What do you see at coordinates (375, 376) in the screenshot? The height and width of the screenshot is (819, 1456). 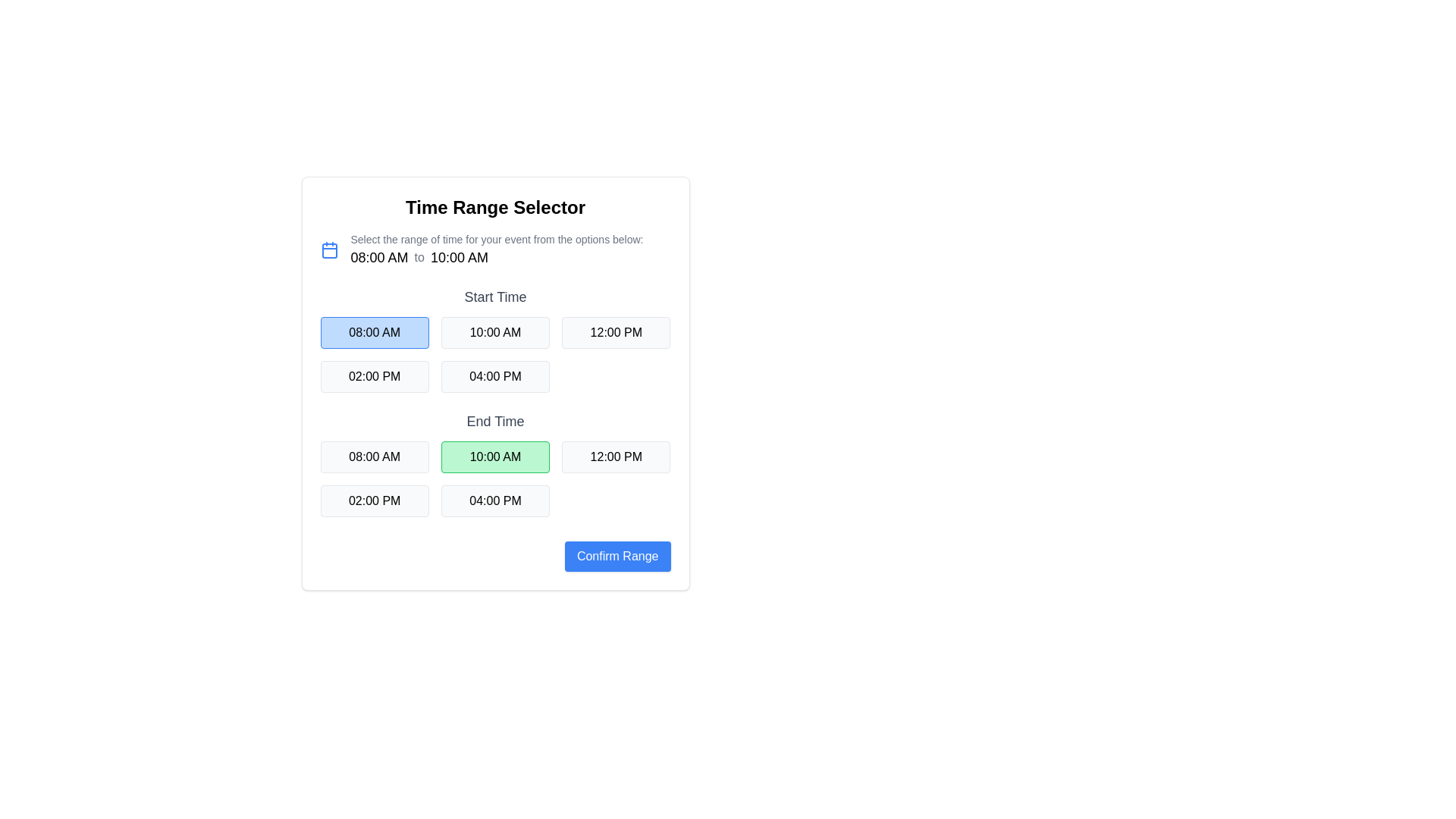 I see `the '02:00 PM' button located in the second row, first column of the time selection grid` at bounding box center [375, 376].